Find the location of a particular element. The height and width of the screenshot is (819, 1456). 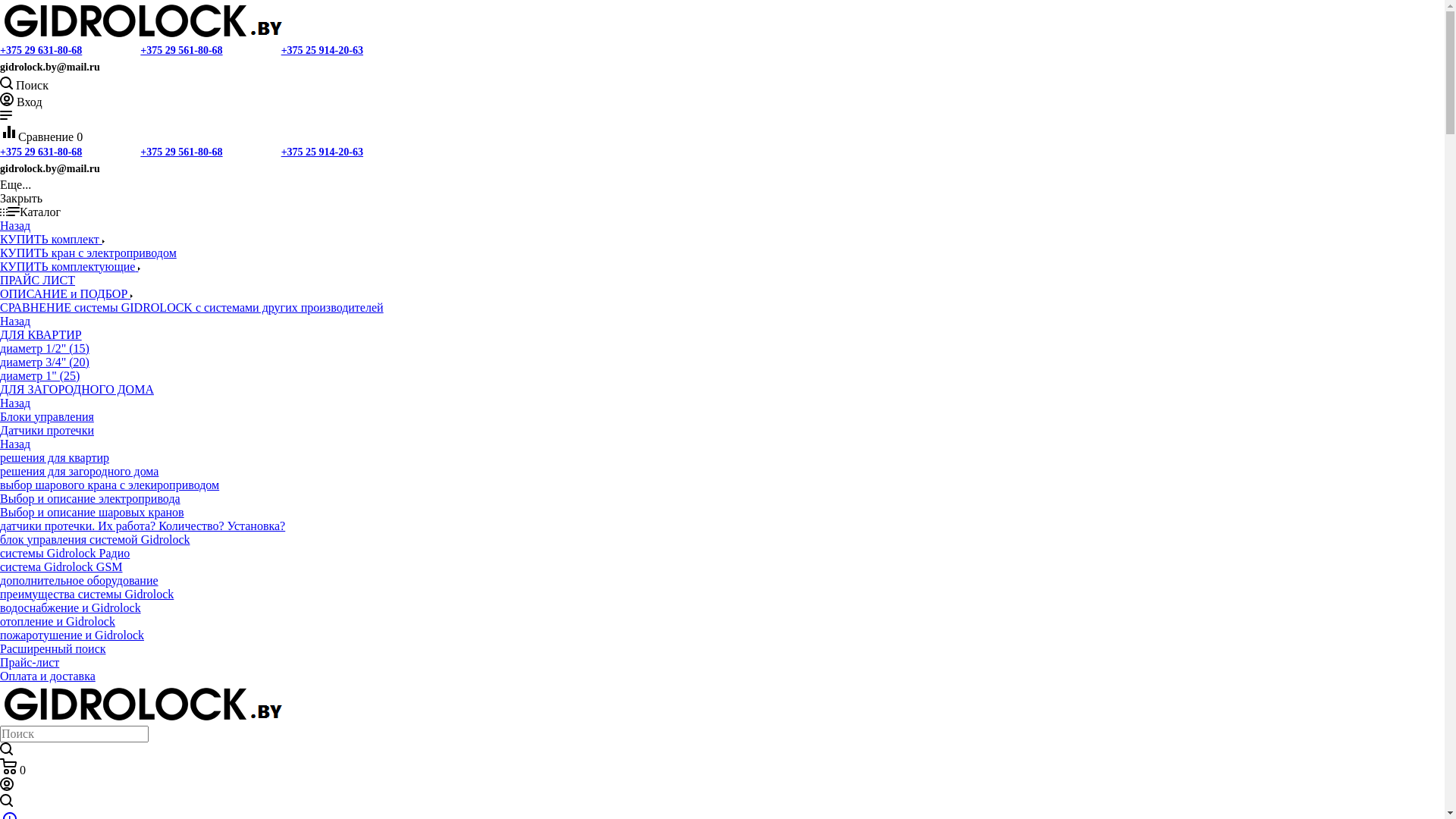

'+375 29 561-80-68' is located at coordinates (181, 152).